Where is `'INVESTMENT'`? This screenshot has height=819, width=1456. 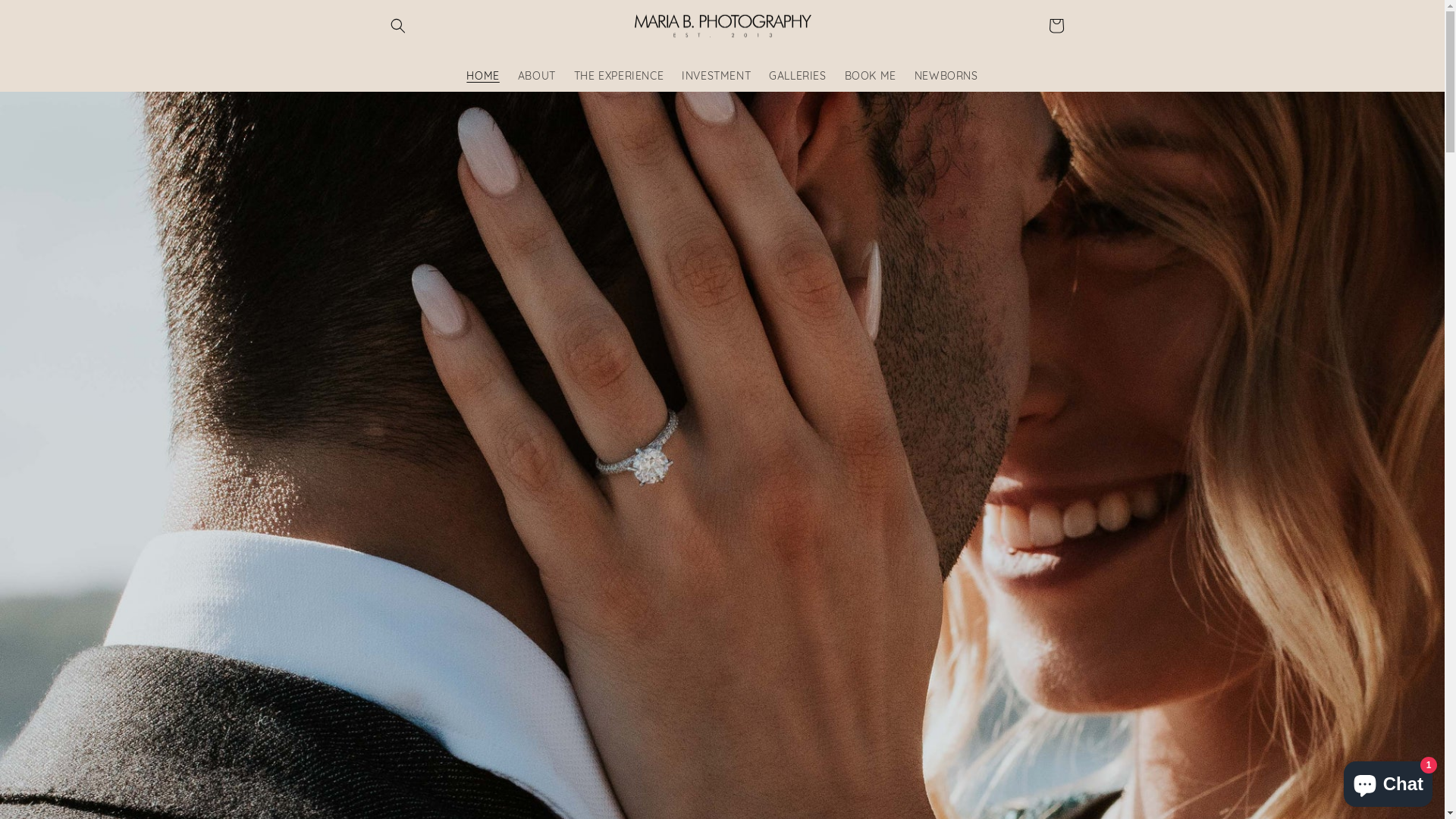
'INVESTMENT' is located at coordinates (715, 76).